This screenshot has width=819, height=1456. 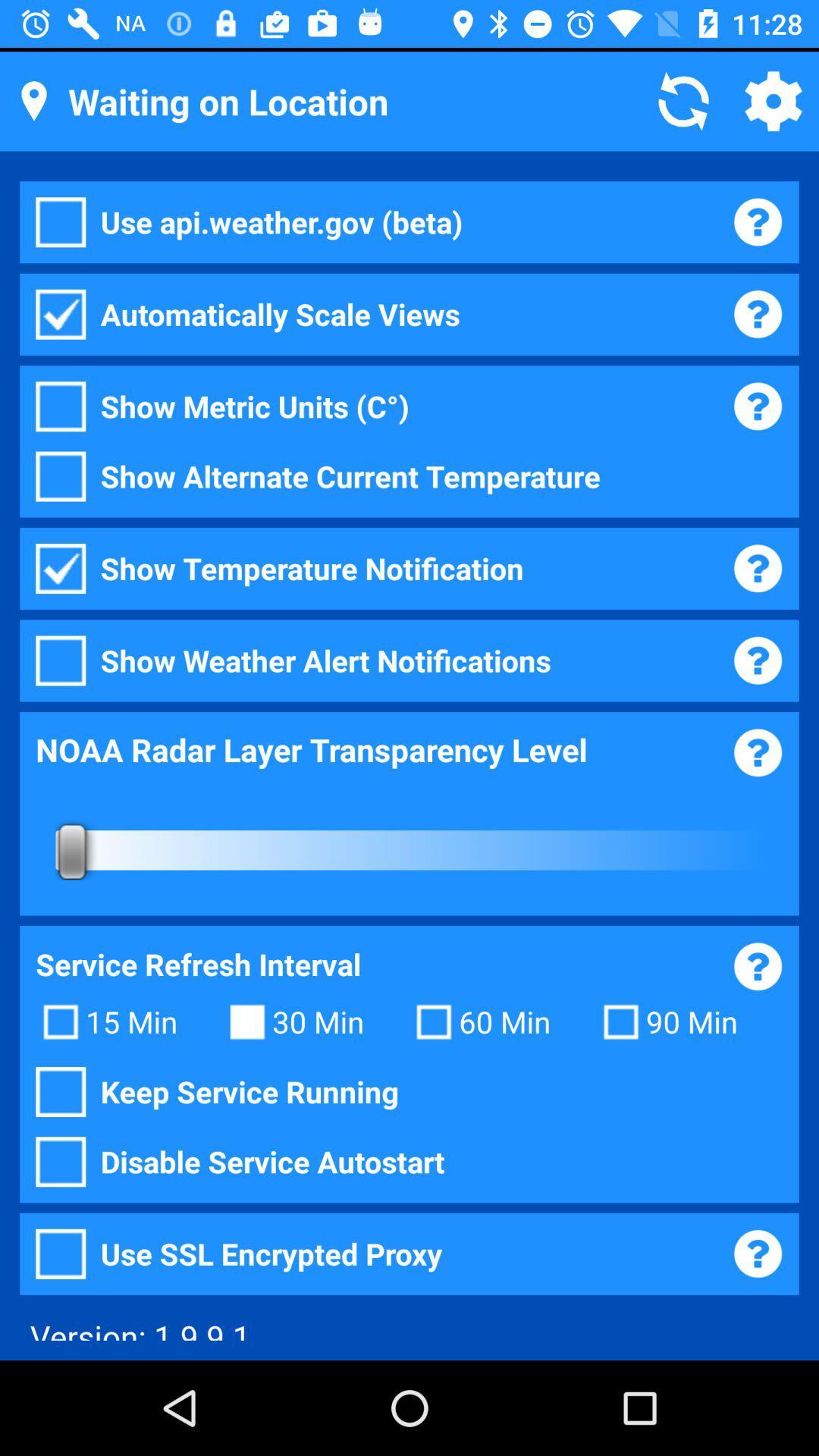 What do you see at coordinates (758, 966) in the screenshot?
I see `the help icon` at bounding box center [758, 966].